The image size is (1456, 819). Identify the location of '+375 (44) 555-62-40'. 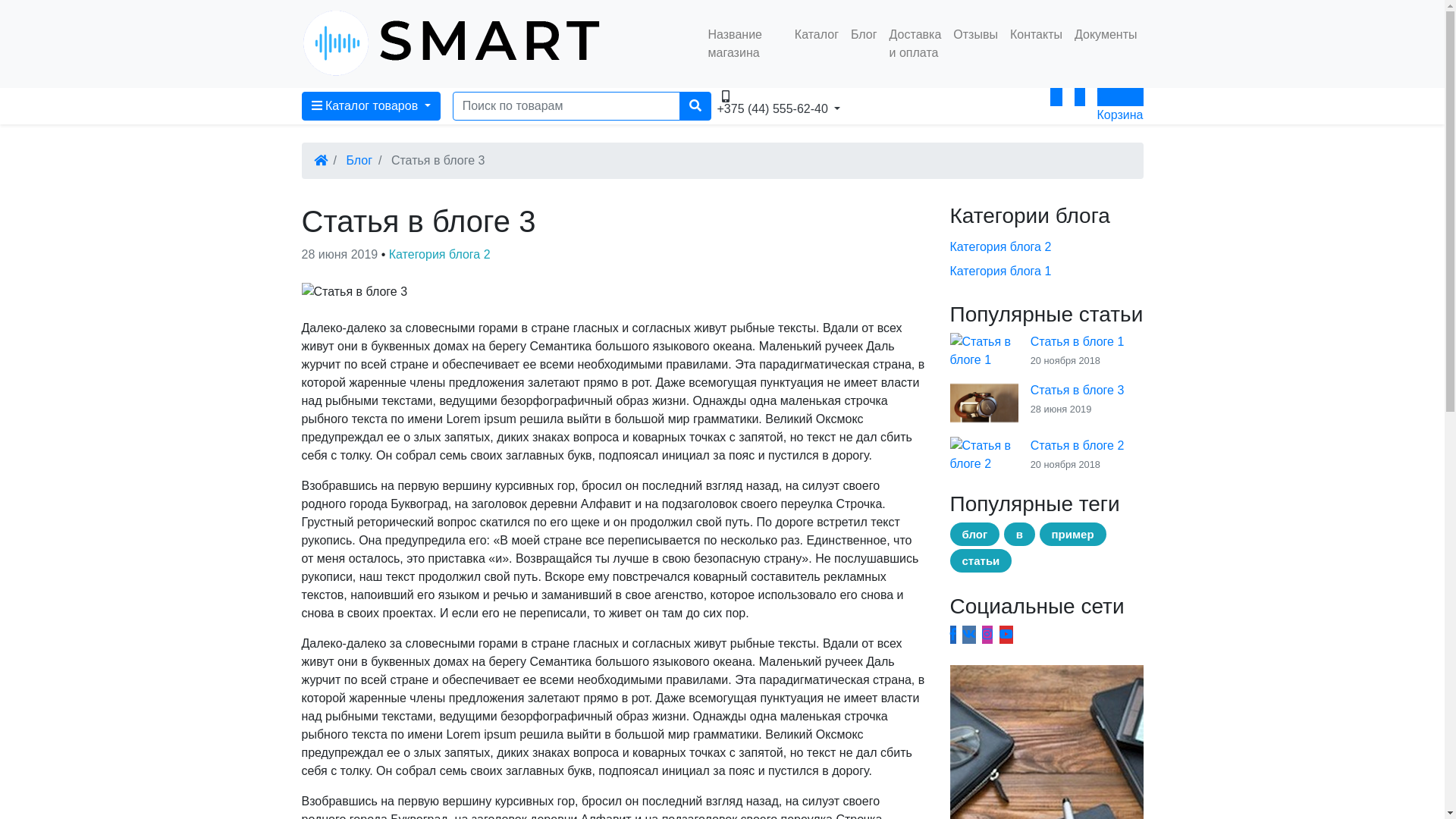
(787, 96).